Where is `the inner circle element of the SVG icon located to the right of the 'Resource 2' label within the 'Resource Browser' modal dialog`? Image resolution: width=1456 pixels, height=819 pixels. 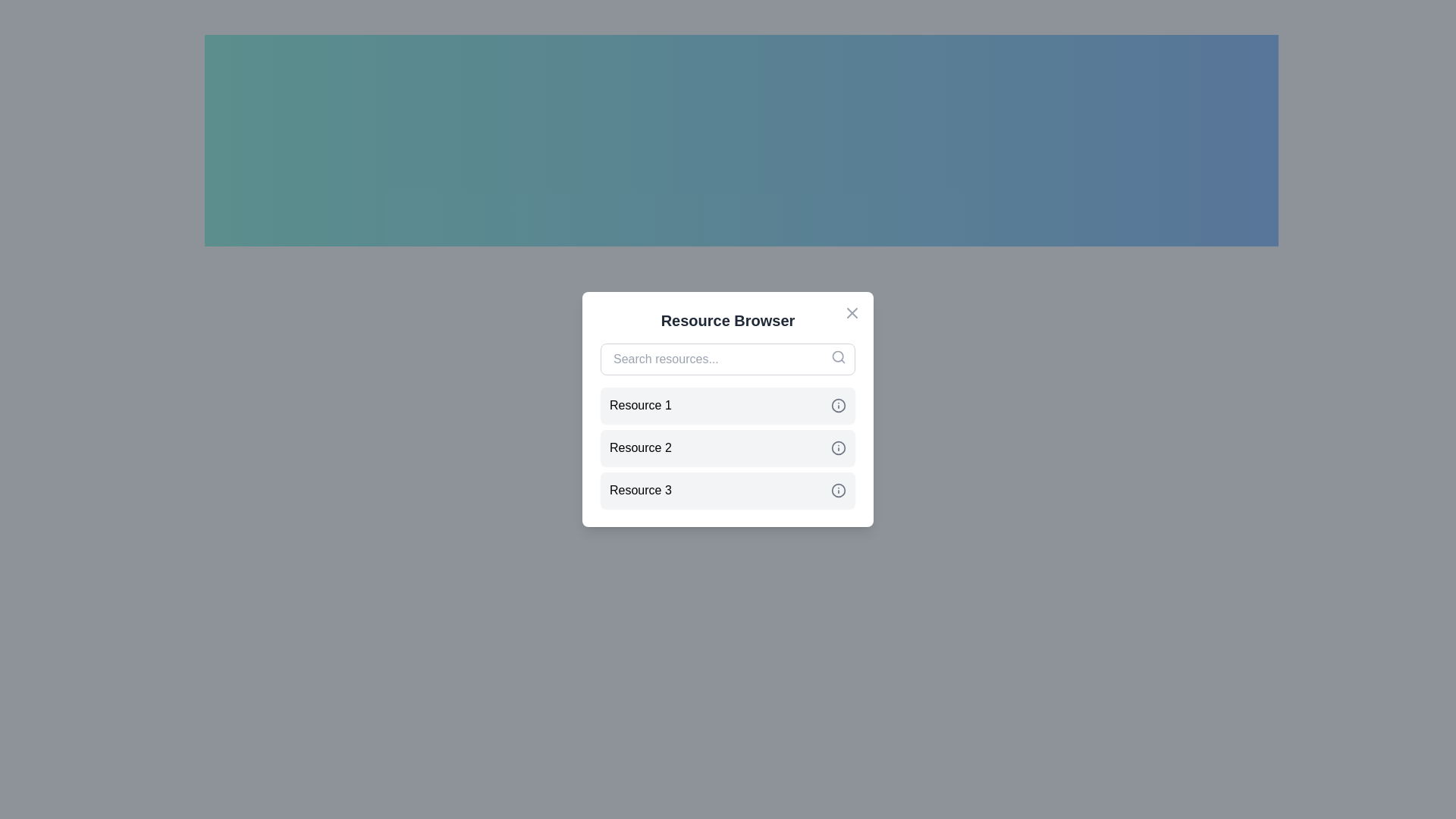
the inner circle element of the SVG icon located to the right of the 'Resource 2' label within the 'Resource Browser' modal dialog is located at coordinates (837, 447).